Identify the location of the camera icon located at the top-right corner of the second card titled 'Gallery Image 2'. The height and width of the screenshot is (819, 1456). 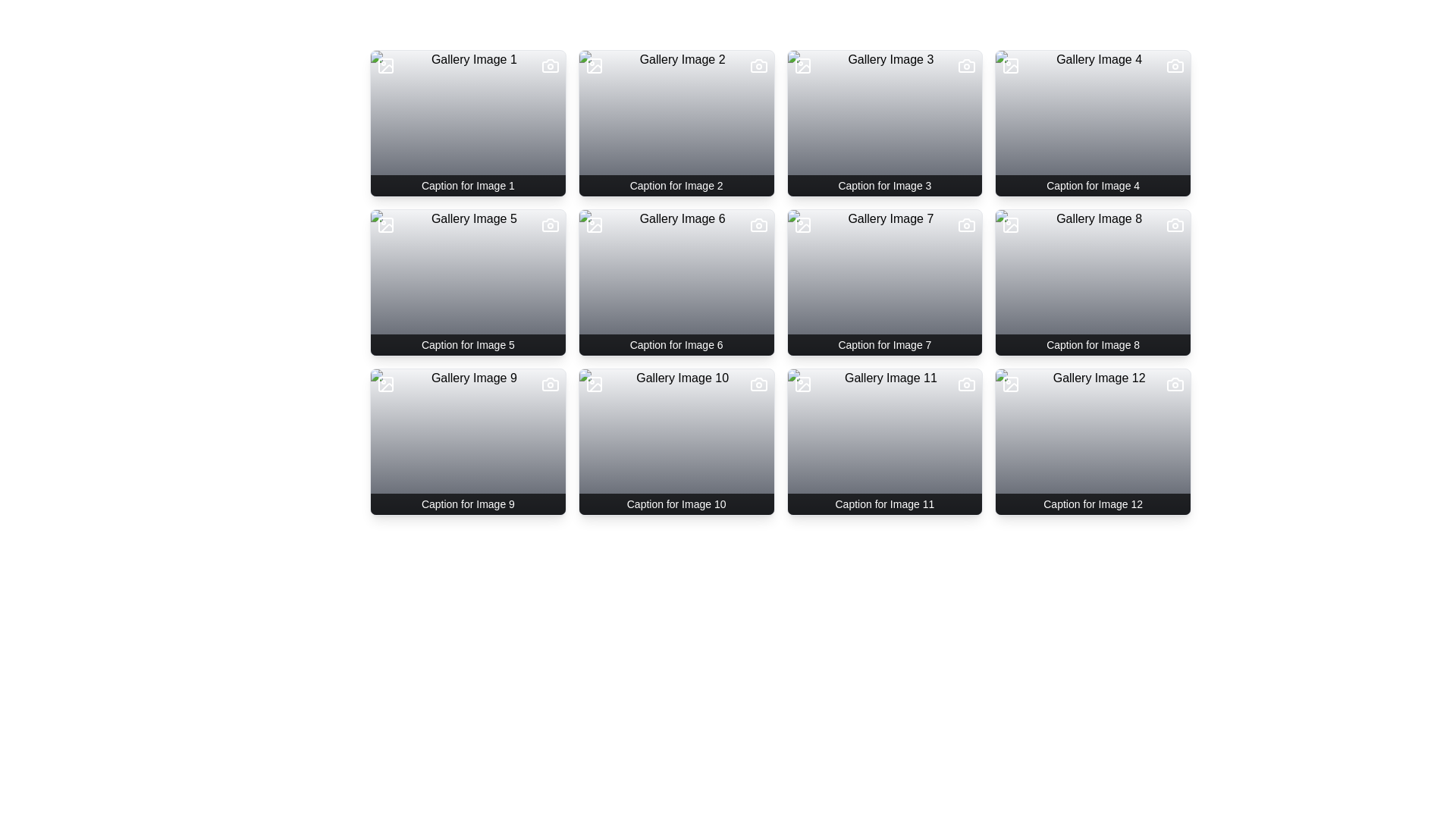
(758, 65).